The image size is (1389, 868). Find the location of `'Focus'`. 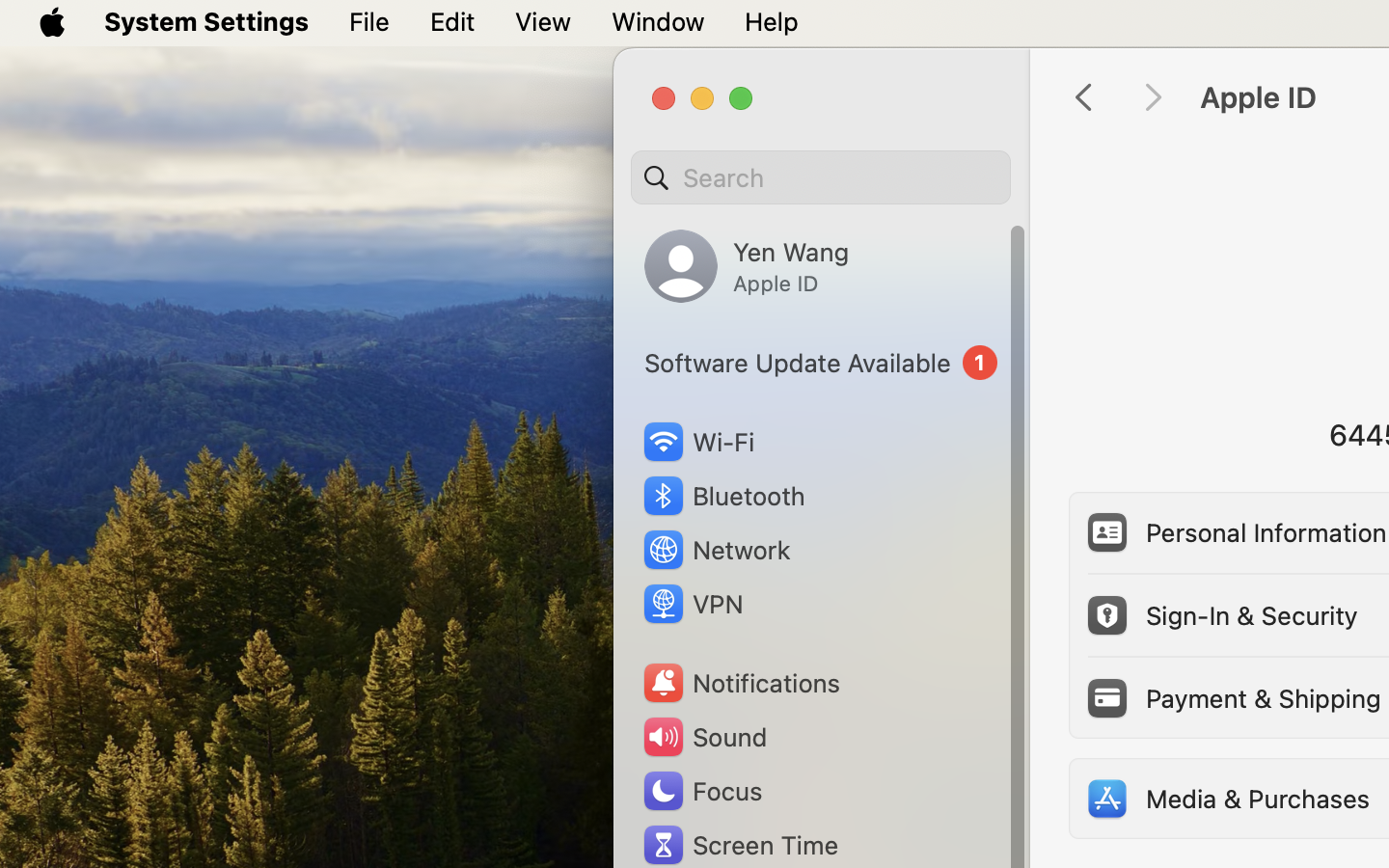

'Focus' is located at coordinates (700, 790).